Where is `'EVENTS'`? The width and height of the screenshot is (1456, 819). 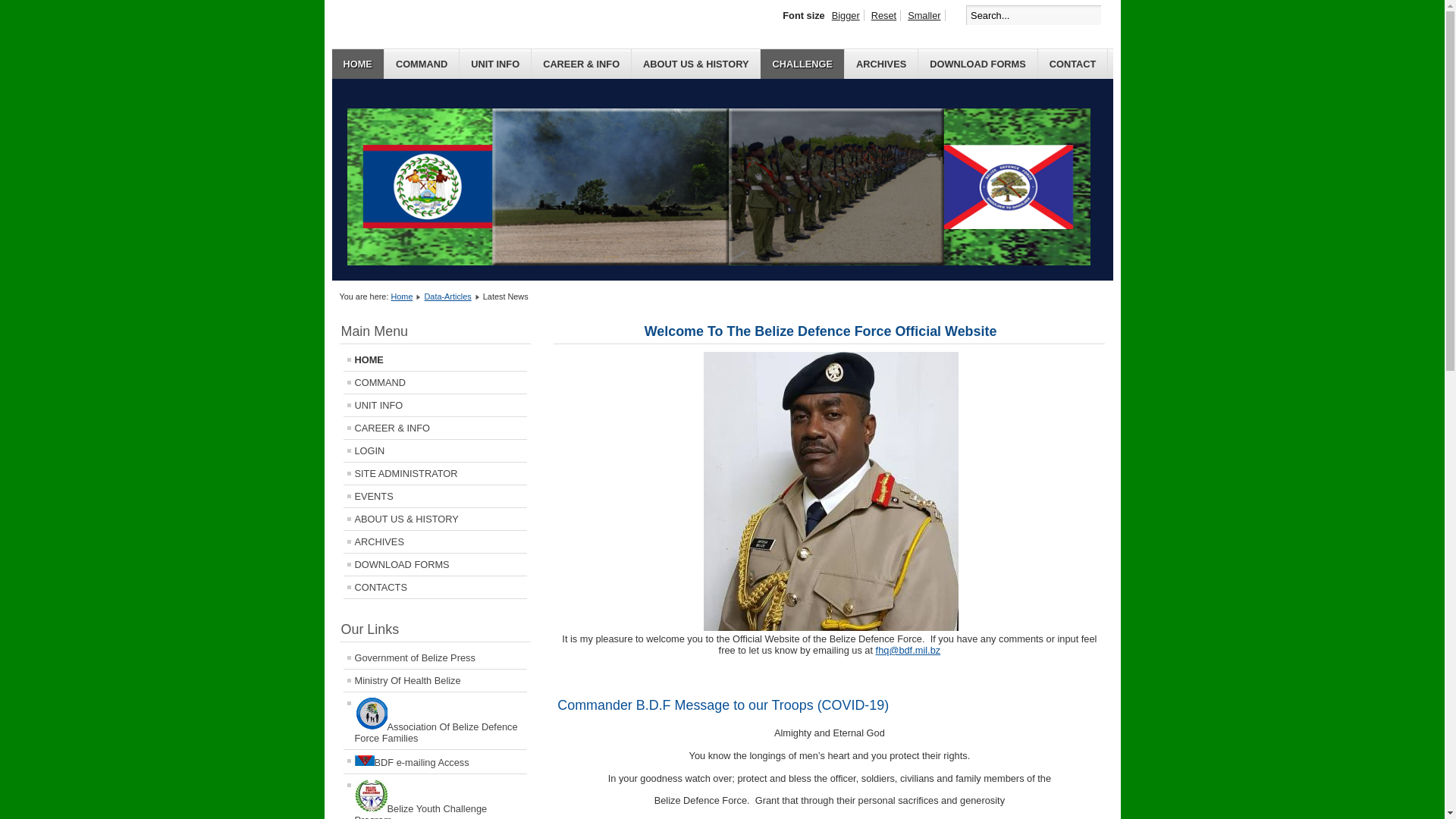
'EVENTS' is located at coordinates (341, 496).